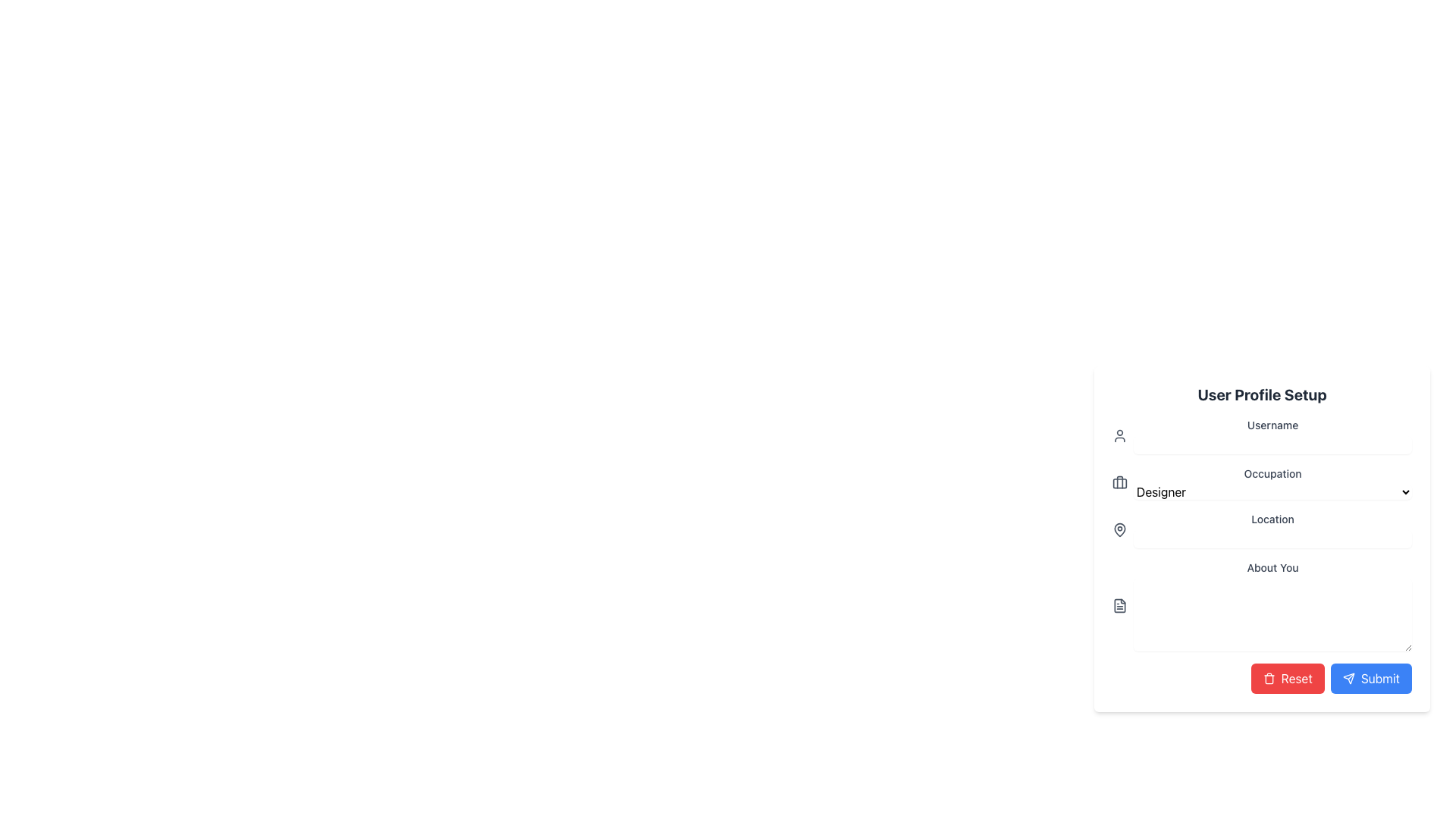 Image resolution: width=1456 pixels, height=819 pixels. I want to click on the pin icon, which is a map pin shape located to the left of the 'Location' text input field in the User Profile Setup form, so click(1120, 529).